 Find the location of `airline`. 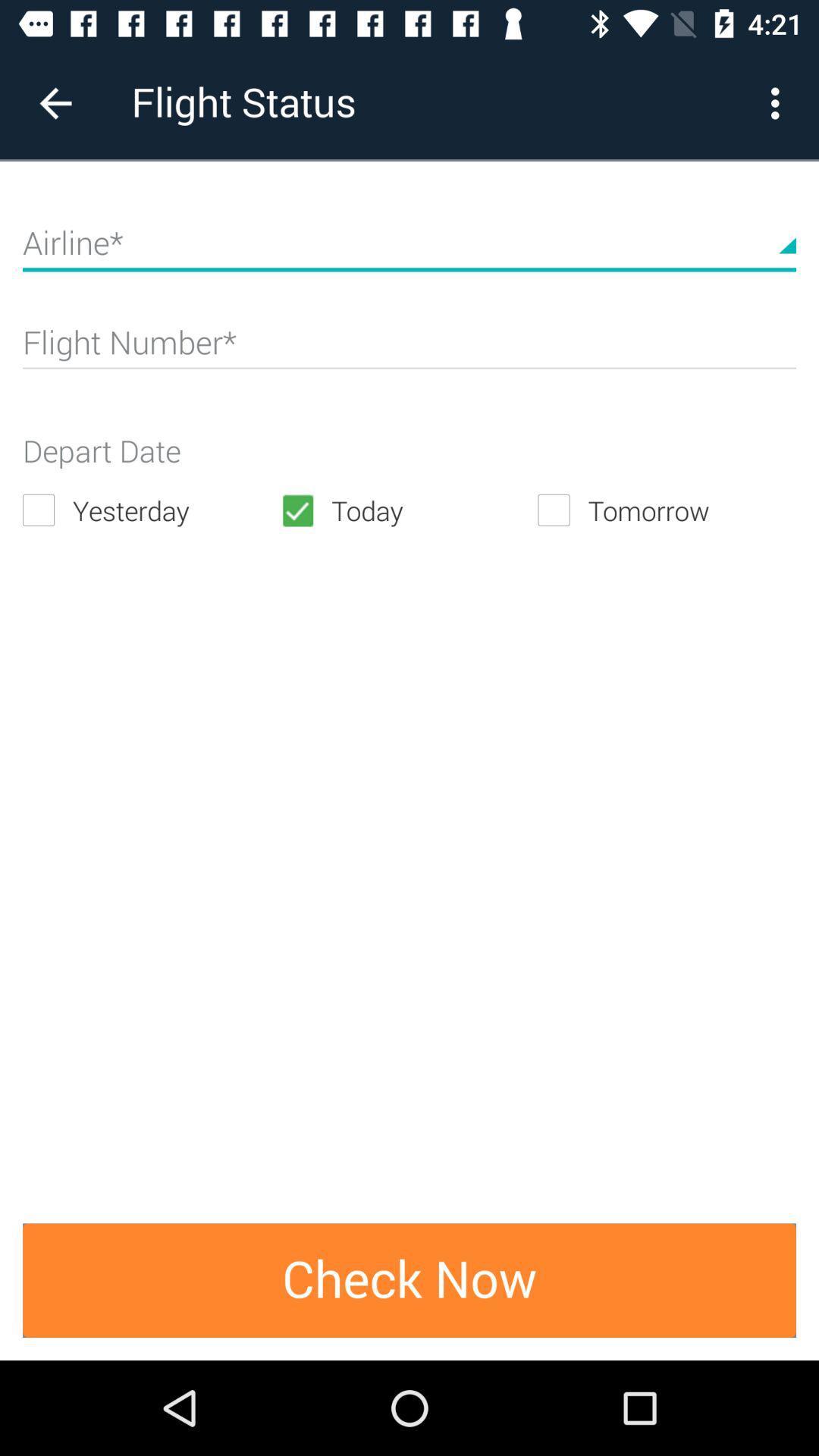

airline is located at coordinates (409, 249).